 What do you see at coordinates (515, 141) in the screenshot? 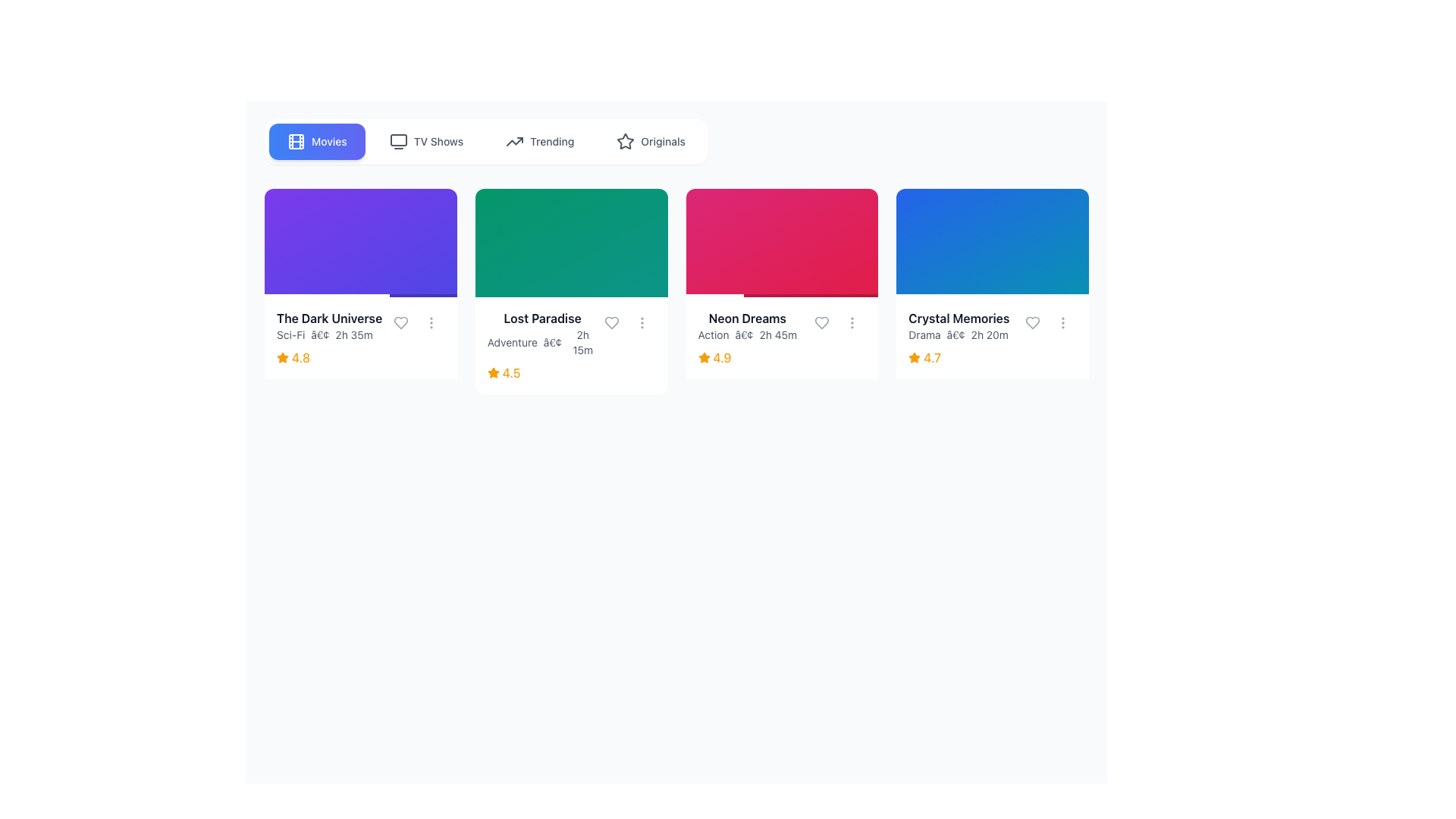
I see `the upward trending arrow icon located next to the 'Trending' text in the navigation bar` at bounding box center [515, 141].